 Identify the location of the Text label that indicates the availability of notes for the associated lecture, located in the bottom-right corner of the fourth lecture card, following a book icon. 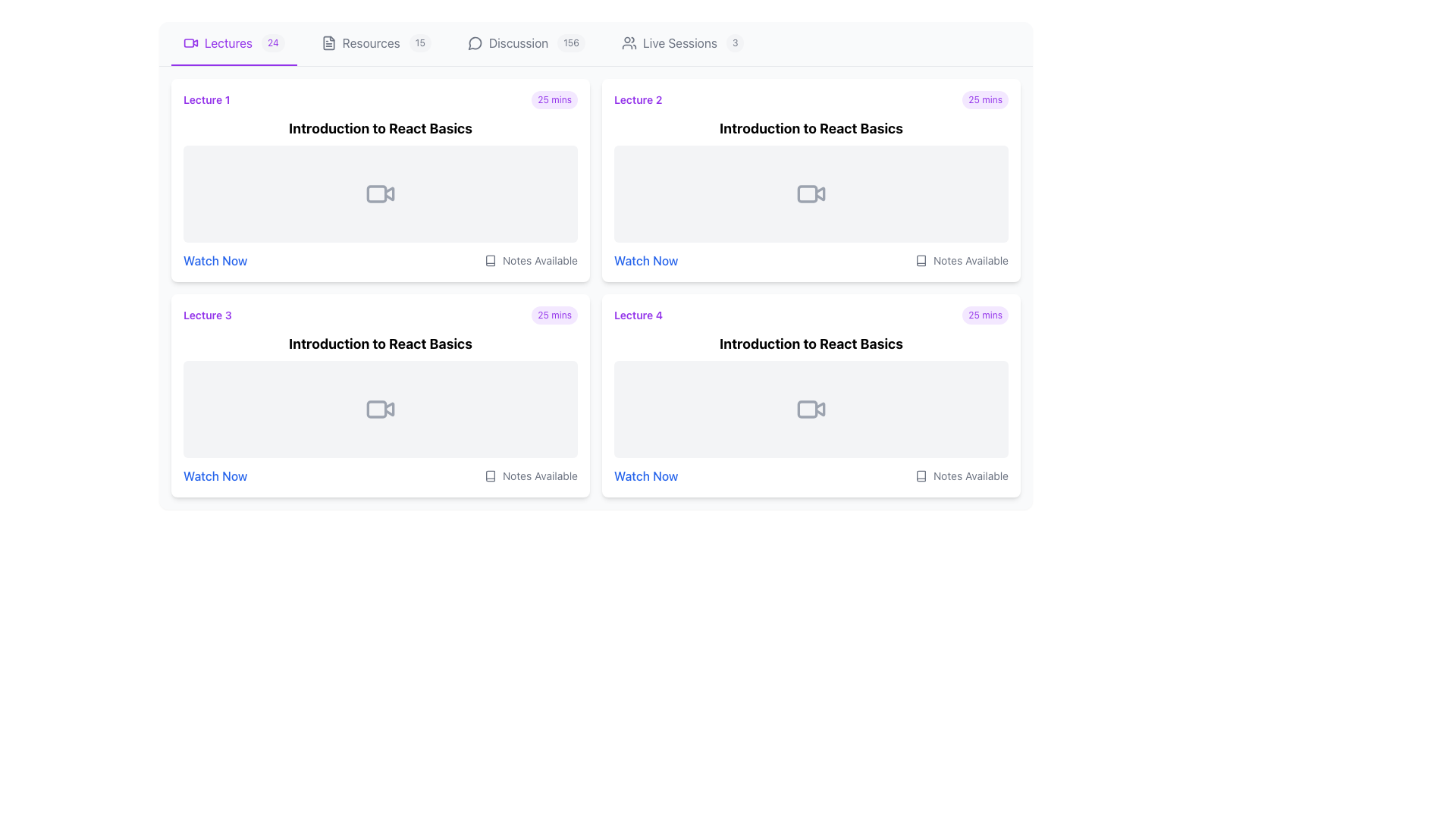
(540, 475).